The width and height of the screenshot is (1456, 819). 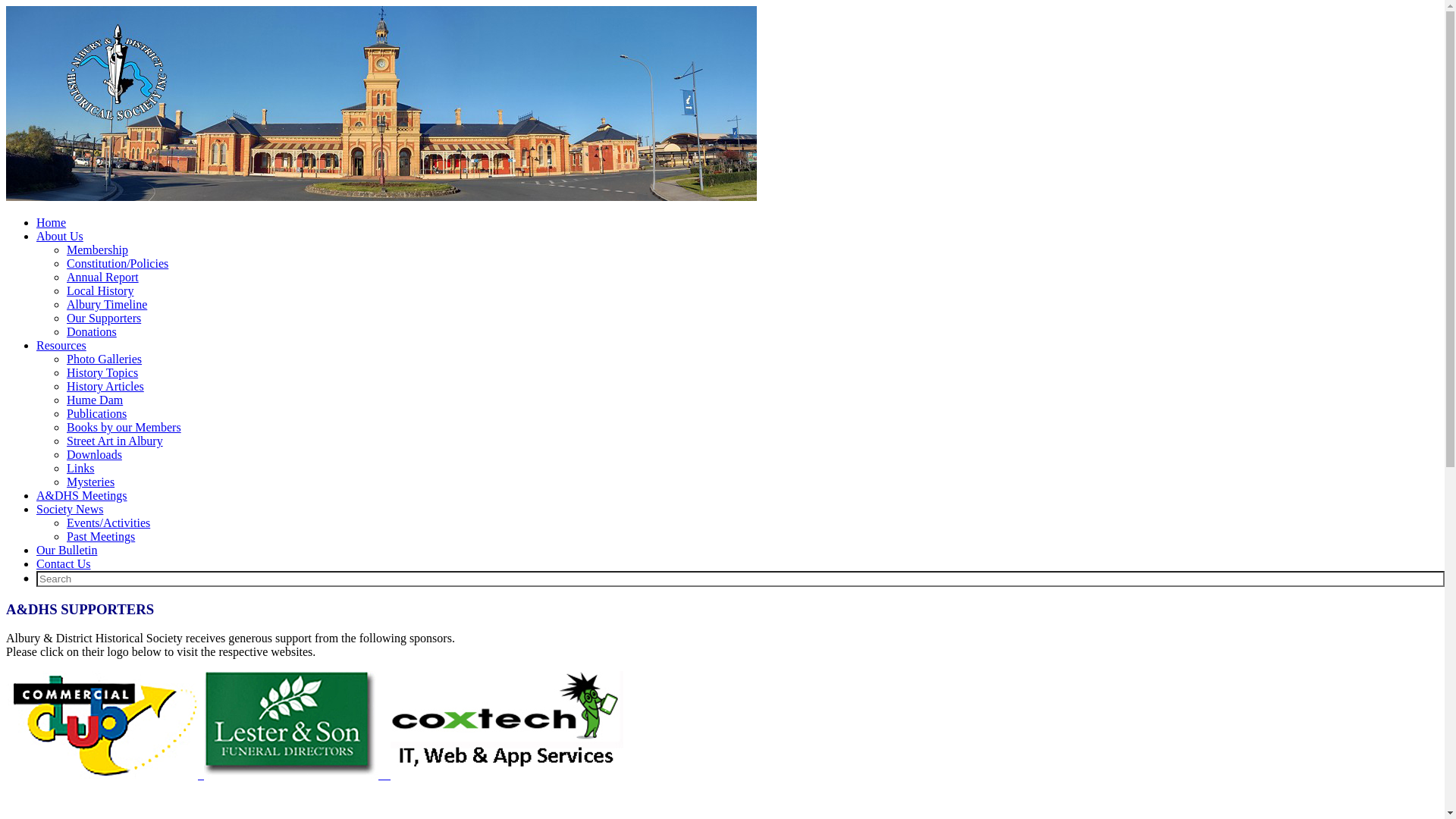 I want to click on 'A&DHS Meetings', so click(x=36, y=495).